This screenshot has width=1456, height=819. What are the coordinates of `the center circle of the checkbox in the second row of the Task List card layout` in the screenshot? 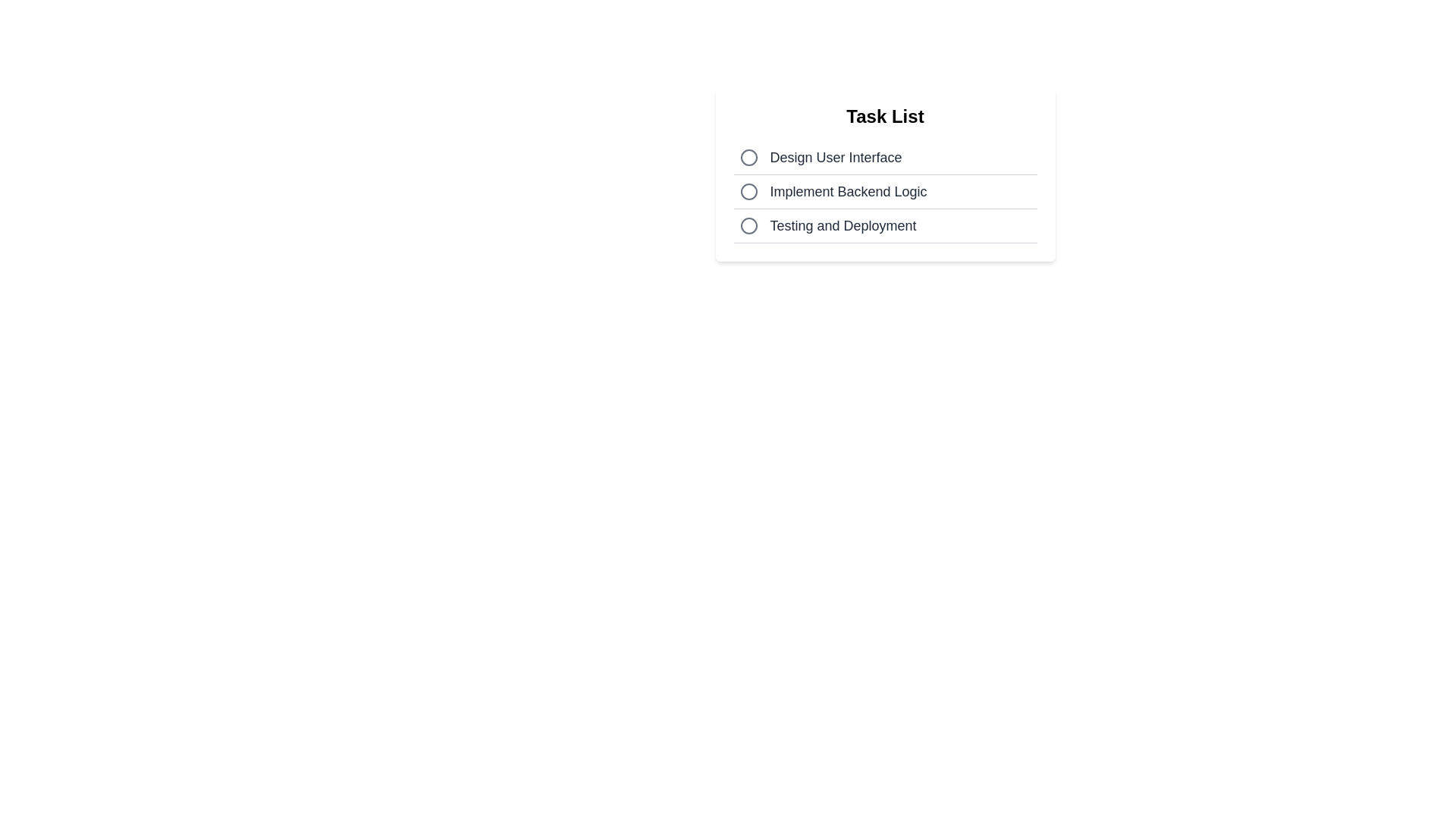 It's located at (748, 191).